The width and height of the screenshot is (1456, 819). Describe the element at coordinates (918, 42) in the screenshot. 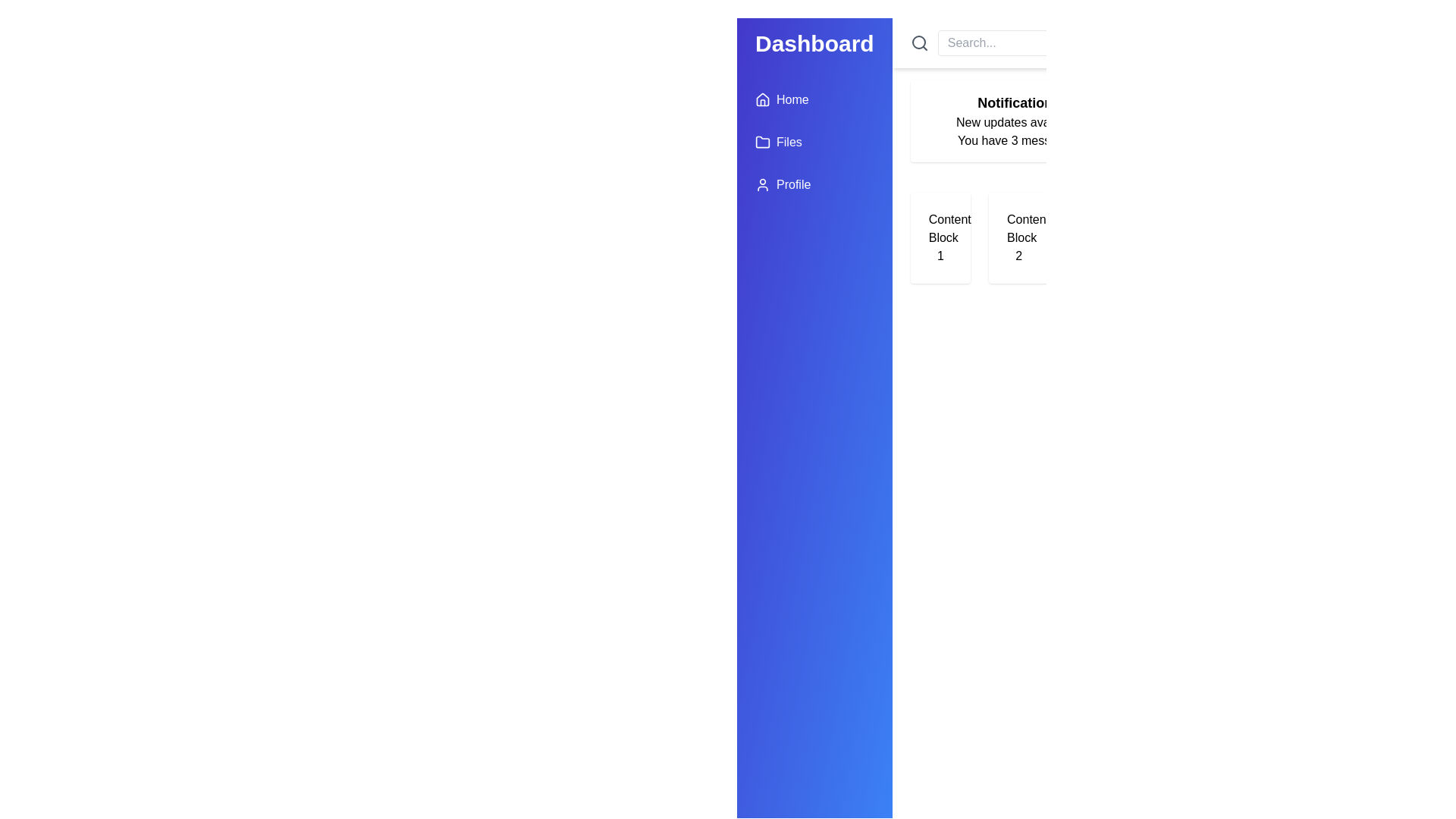

I see `the circular magnifying glass icon in the top navigation area to trigger a tooltip or visual feedback` at that location.